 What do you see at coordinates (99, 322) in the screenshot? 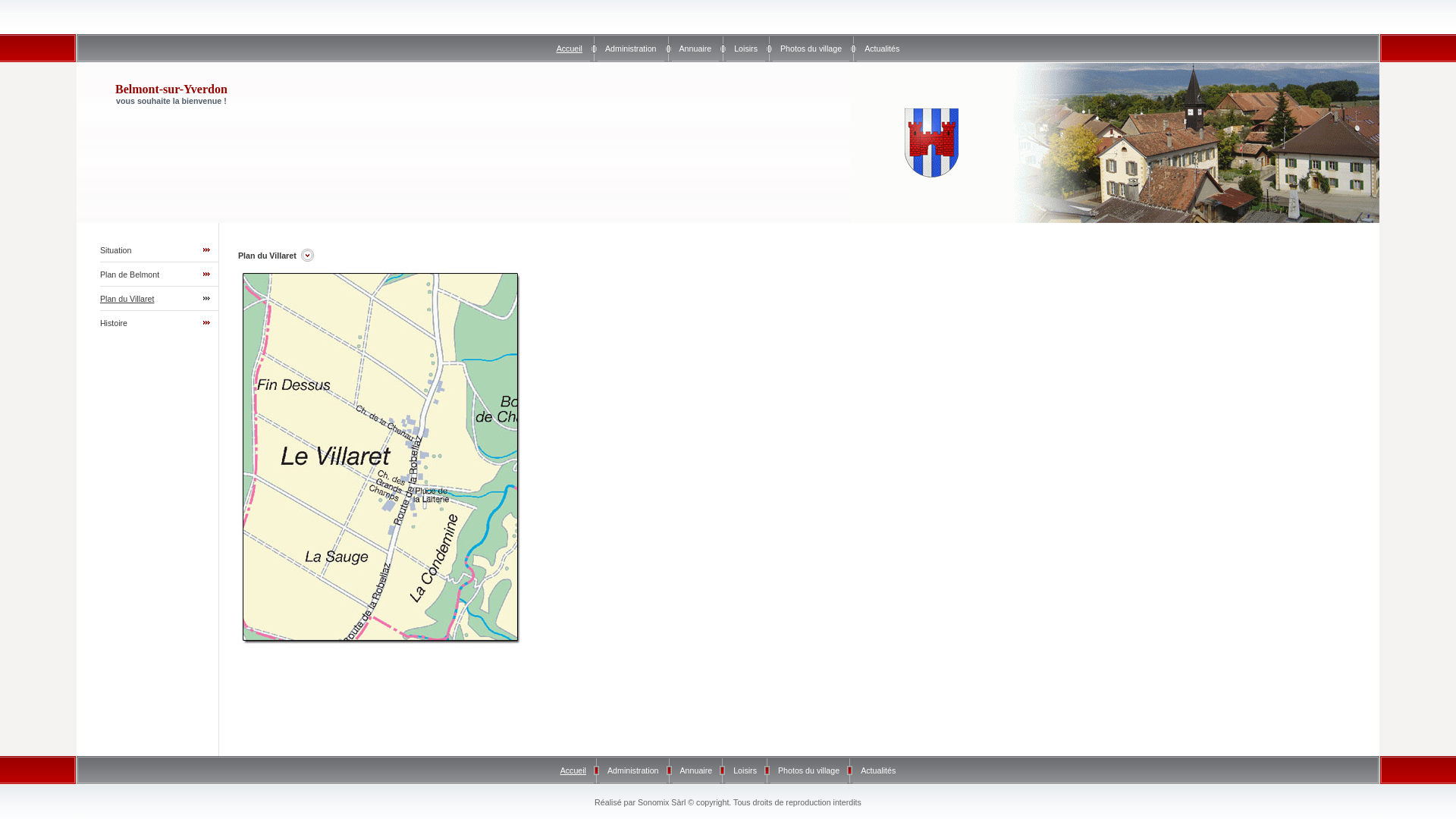
I see `'Histoire'` at bounding box center [99, 322].